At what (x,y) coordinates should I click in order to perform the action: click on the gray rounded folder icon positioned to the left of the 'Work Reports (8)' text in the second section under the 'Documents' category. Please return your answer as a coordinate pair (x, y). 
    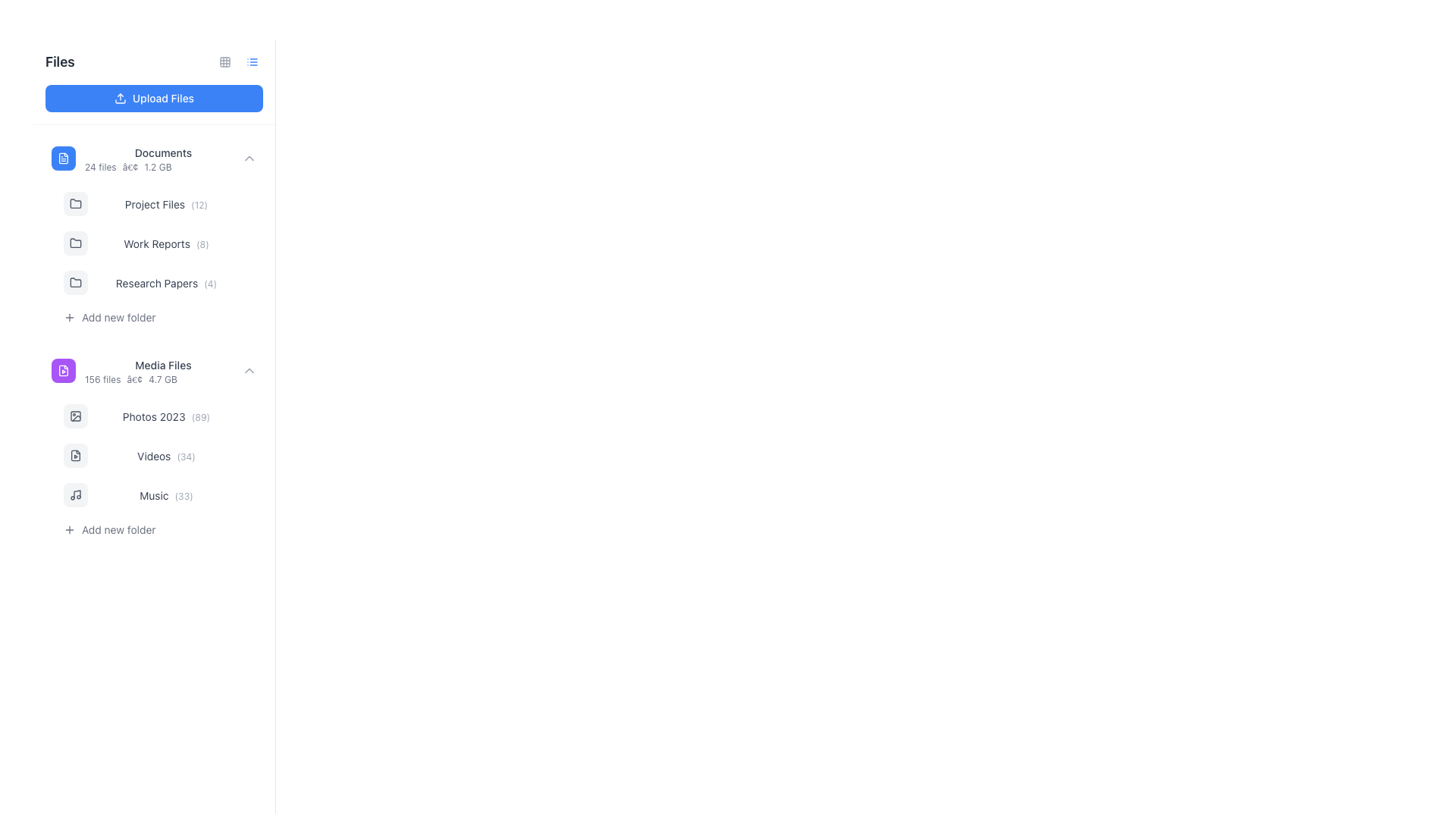
    Looking at the image, I should click on (75, 242).